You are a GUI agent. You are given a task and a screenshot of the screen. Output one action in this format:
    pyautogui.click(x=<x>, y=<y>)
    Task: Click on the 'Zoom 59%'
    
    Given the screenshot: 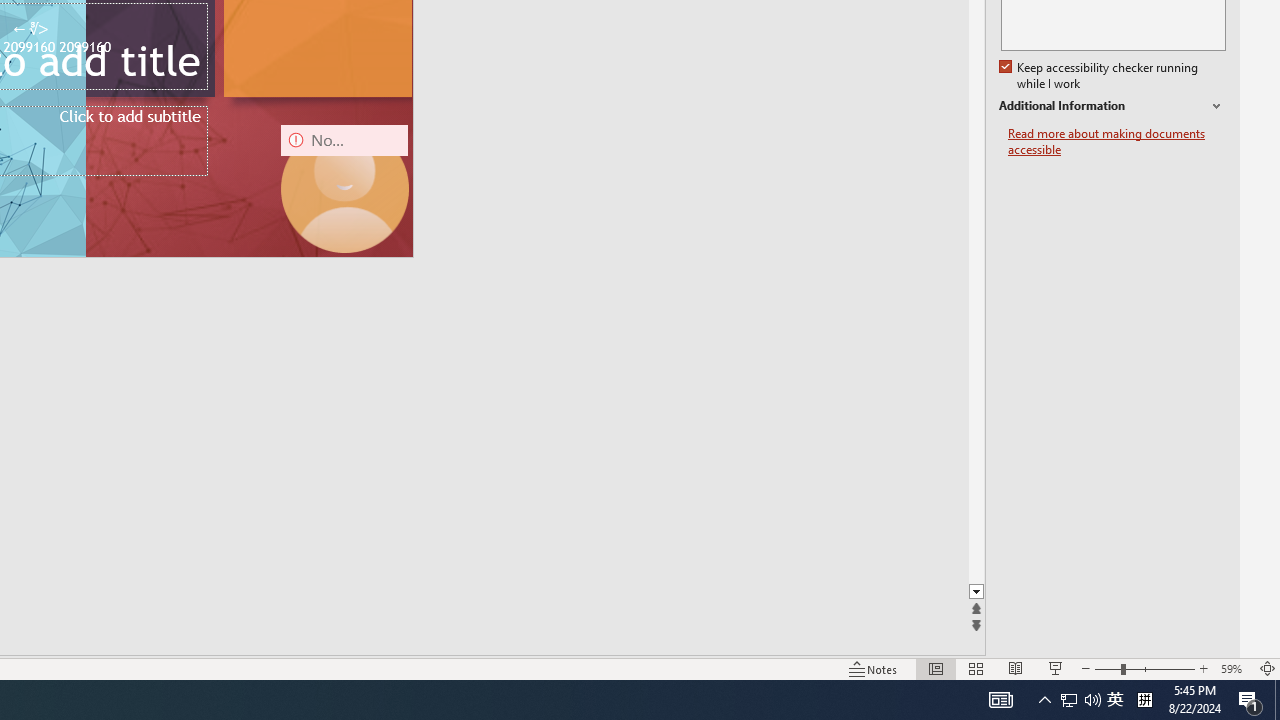 What is the action you would take?
    pyautogui.click(x=1233, y=669)
    